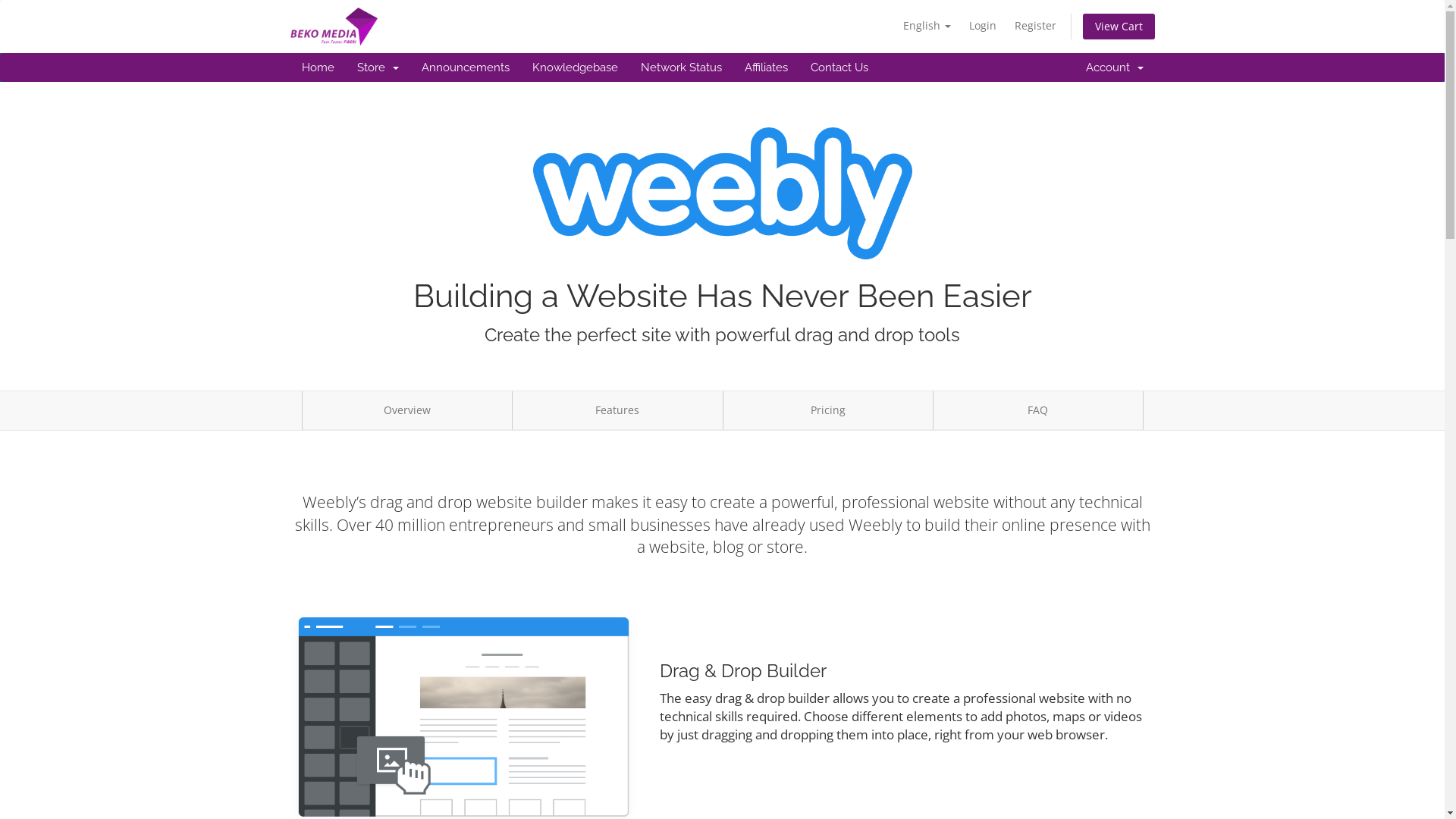 The image size is (1456, 819). Describe the element at coordinates (826, 410) in the screenshot. I see `'Pricing'` at that location.